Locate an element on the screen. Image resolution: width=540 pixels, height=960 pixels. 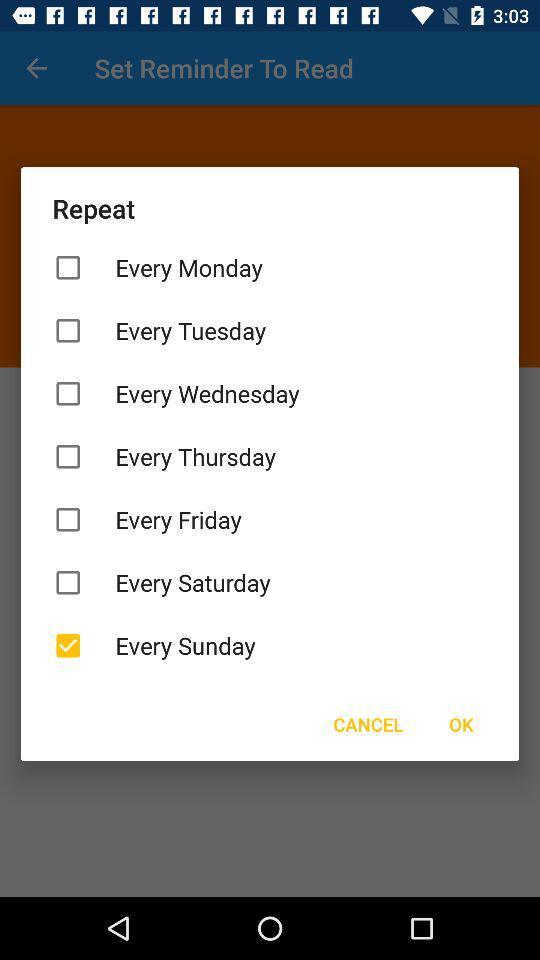
the every wednesday item is located at coordinates (270, 392).